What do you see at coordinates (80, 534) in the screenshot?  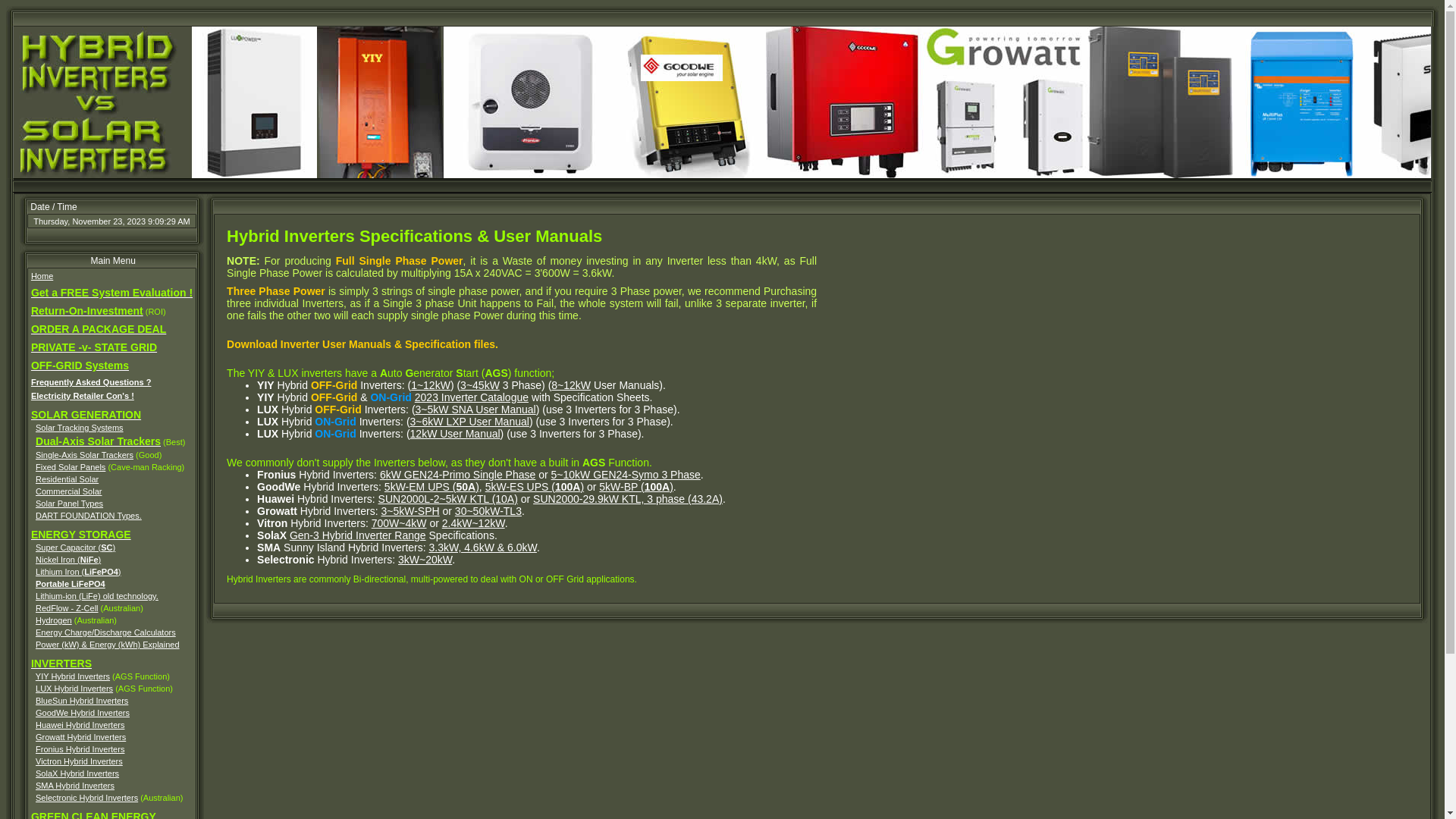 I see `'ENERGY STORAGE'` at bounding box center [80, 534].